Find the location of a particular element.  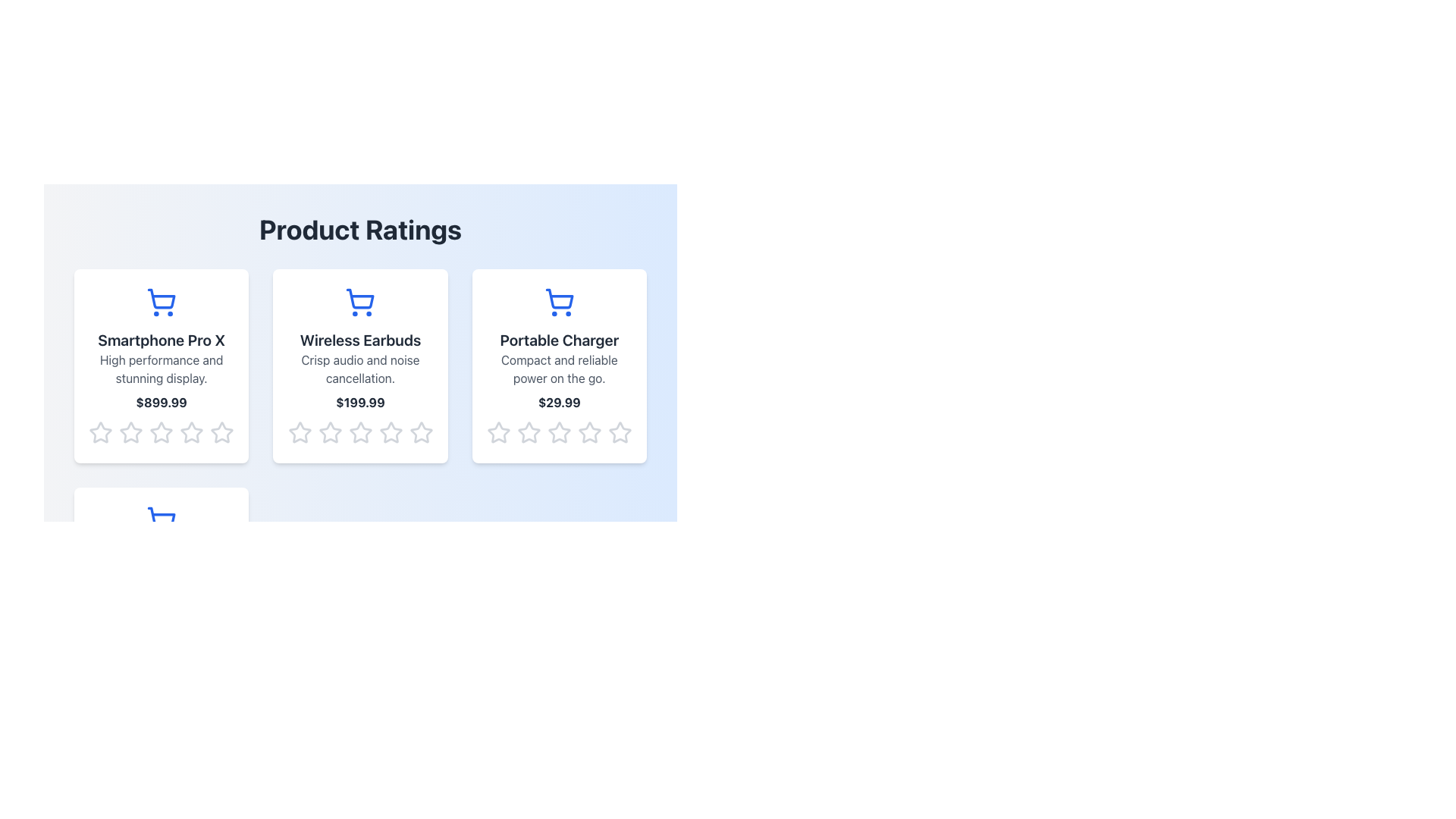

the second star icon in the rating system for the 'Smartphone Pro X' product is located at coordinates (191, 432).